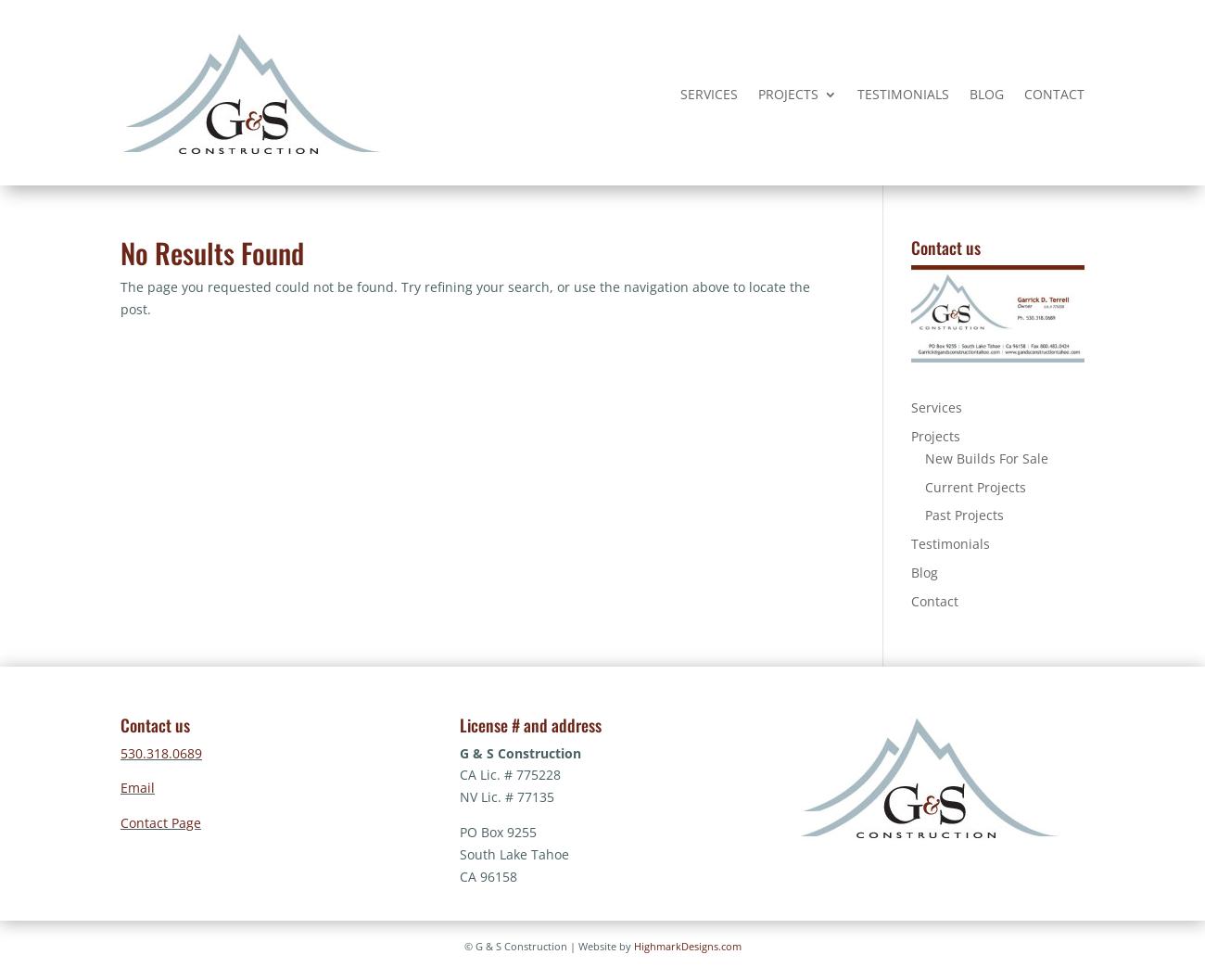  I want to click on 'The page you requested could not be found. Try refining your search, or use the navigation above to locate the post.', so click(120, 298).